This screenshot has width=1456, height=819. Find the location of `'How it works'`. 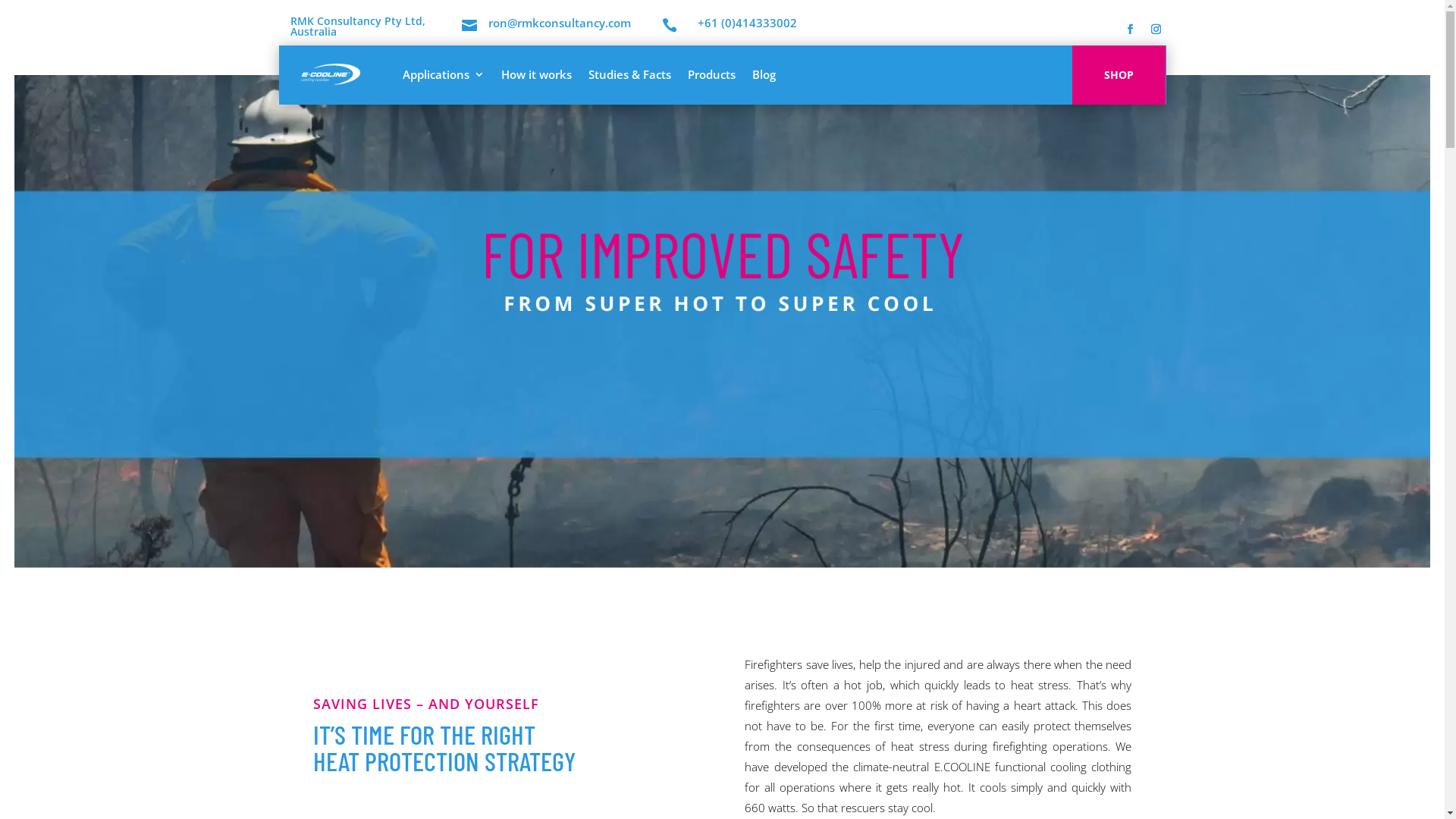

'How it works' is located at coordinates (535, 74).